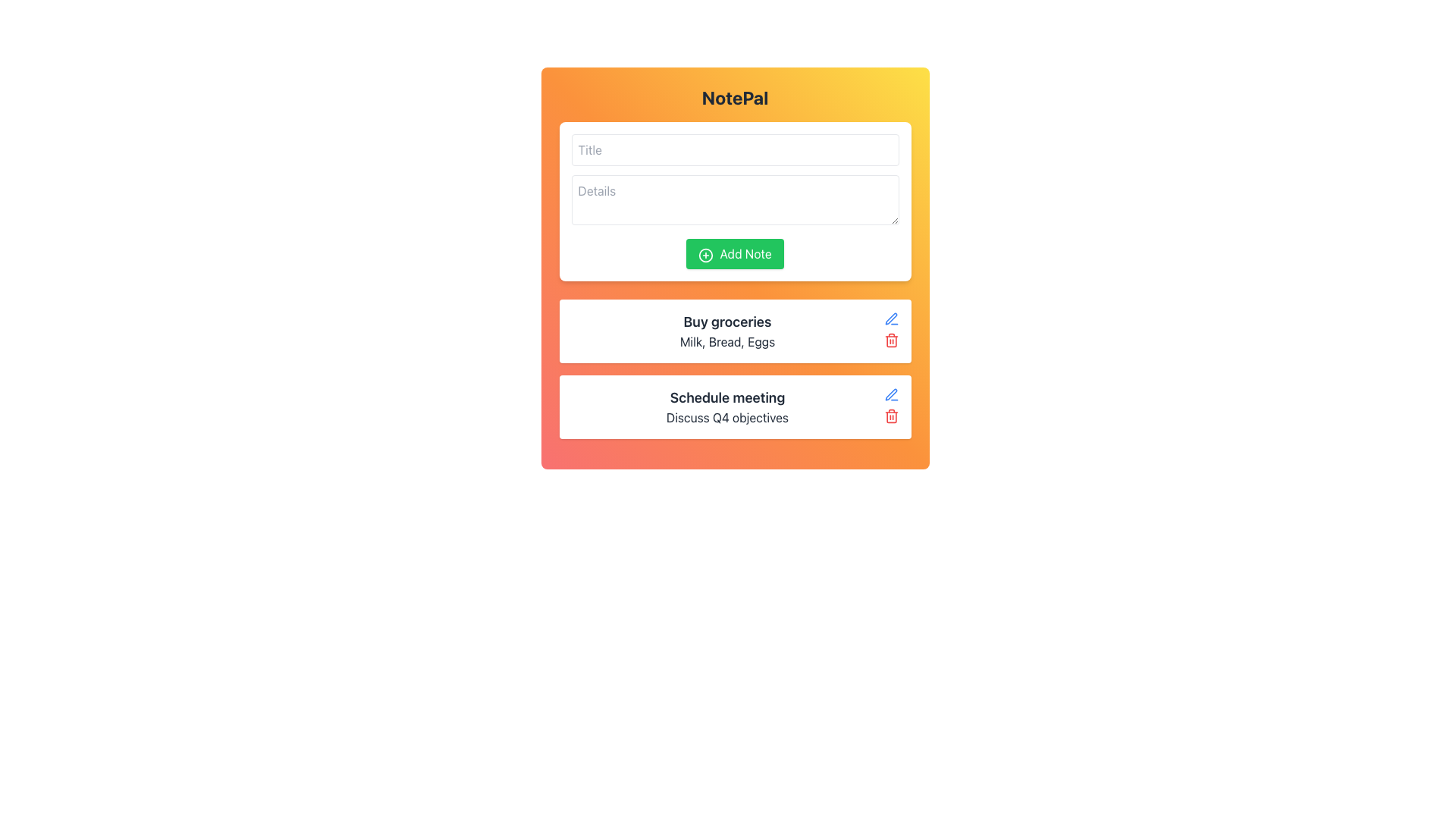 The image size is (1456, 819). Describe the element at coordinates (891, 318) in the screenshot. I see `the edit icon, which has a pen-like design and is located within the 'Schedule meeting' item` at that location.